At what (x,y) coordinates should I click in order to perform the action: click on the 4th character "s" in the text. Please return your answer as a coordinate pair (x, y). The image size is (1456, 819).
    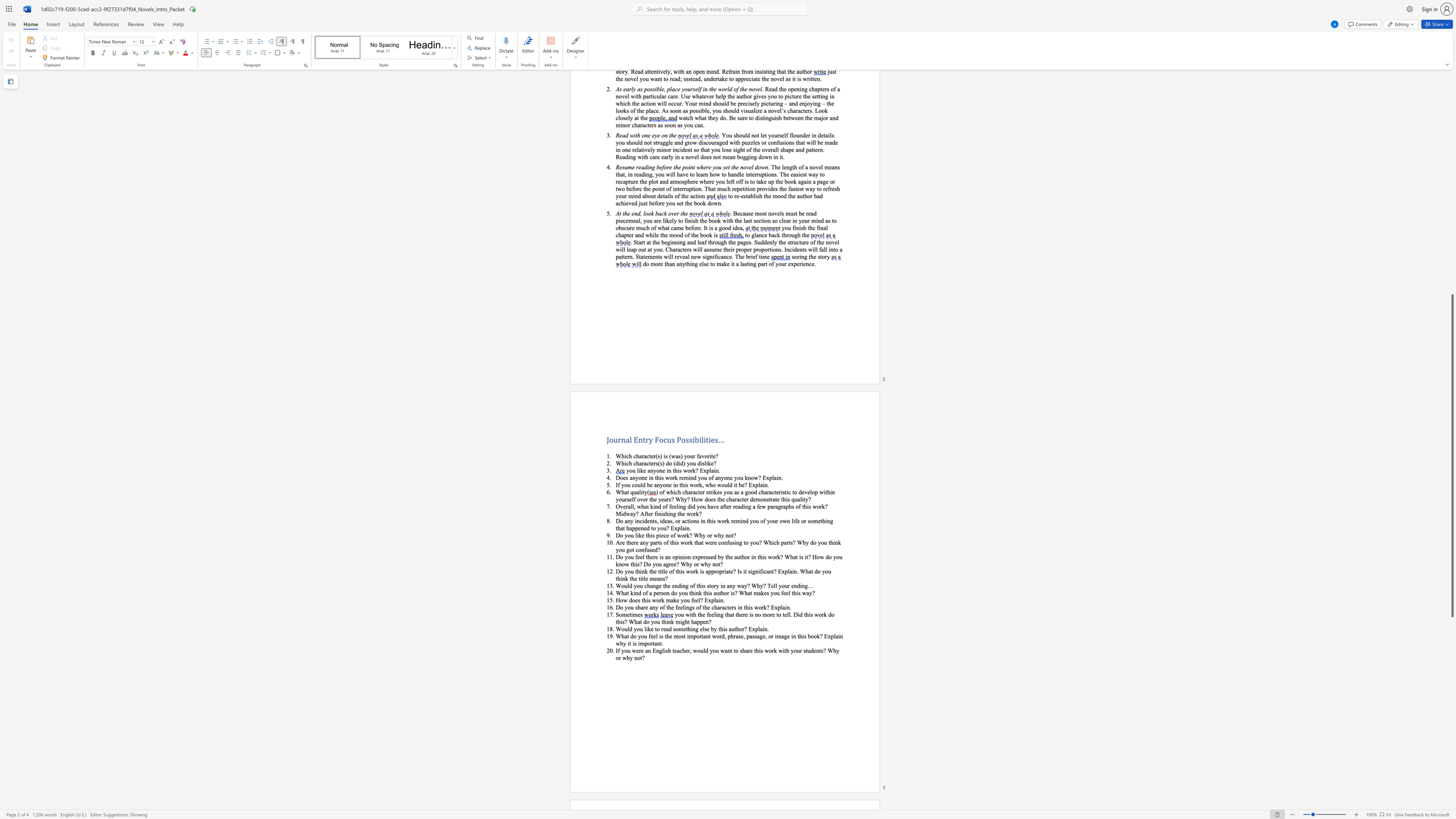
    Looking at the image, I should click on (783, 491).